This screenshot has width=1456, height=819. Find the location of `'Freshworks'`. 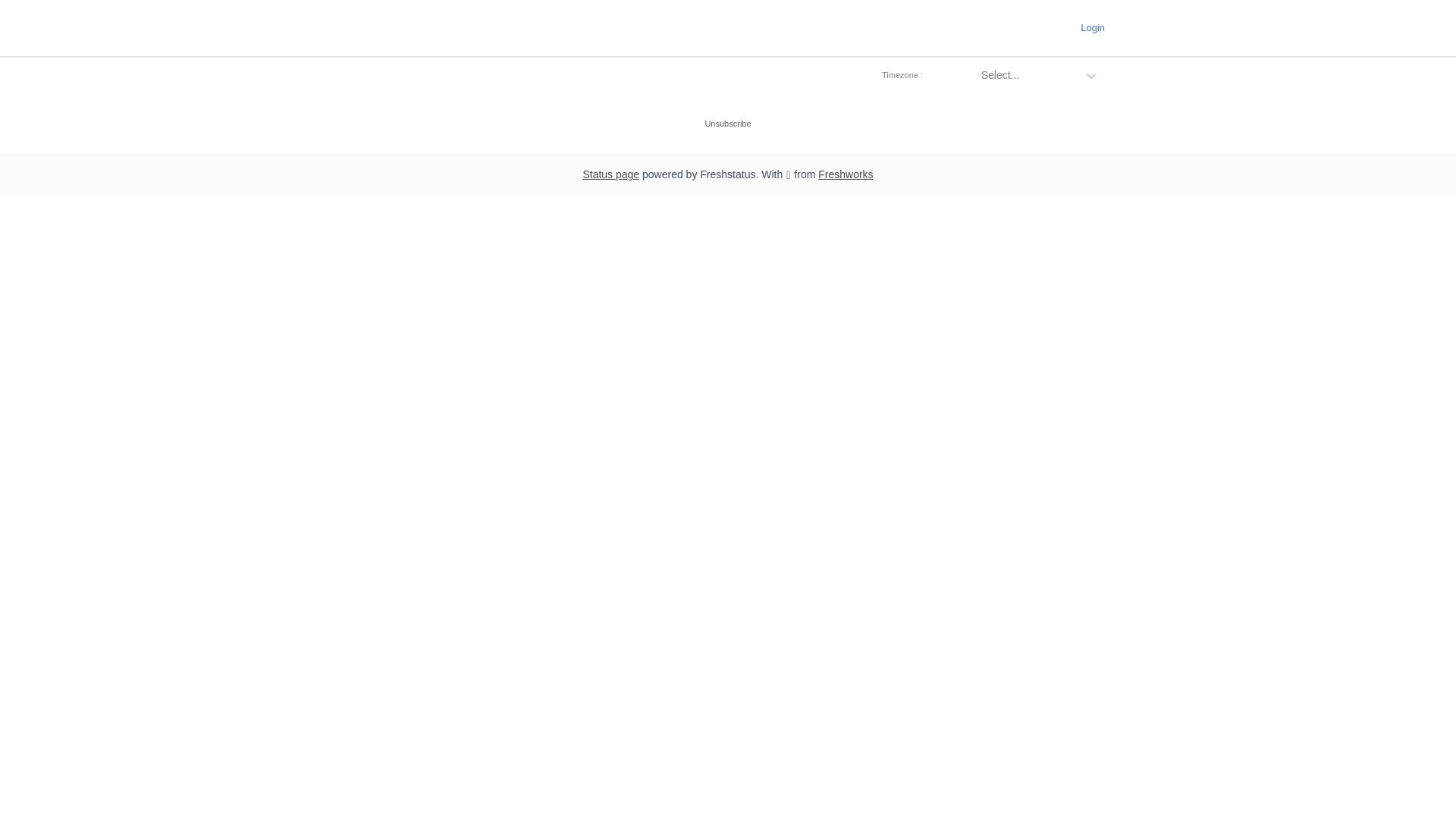

'Freshworks' is located at coordinates (844, 174).